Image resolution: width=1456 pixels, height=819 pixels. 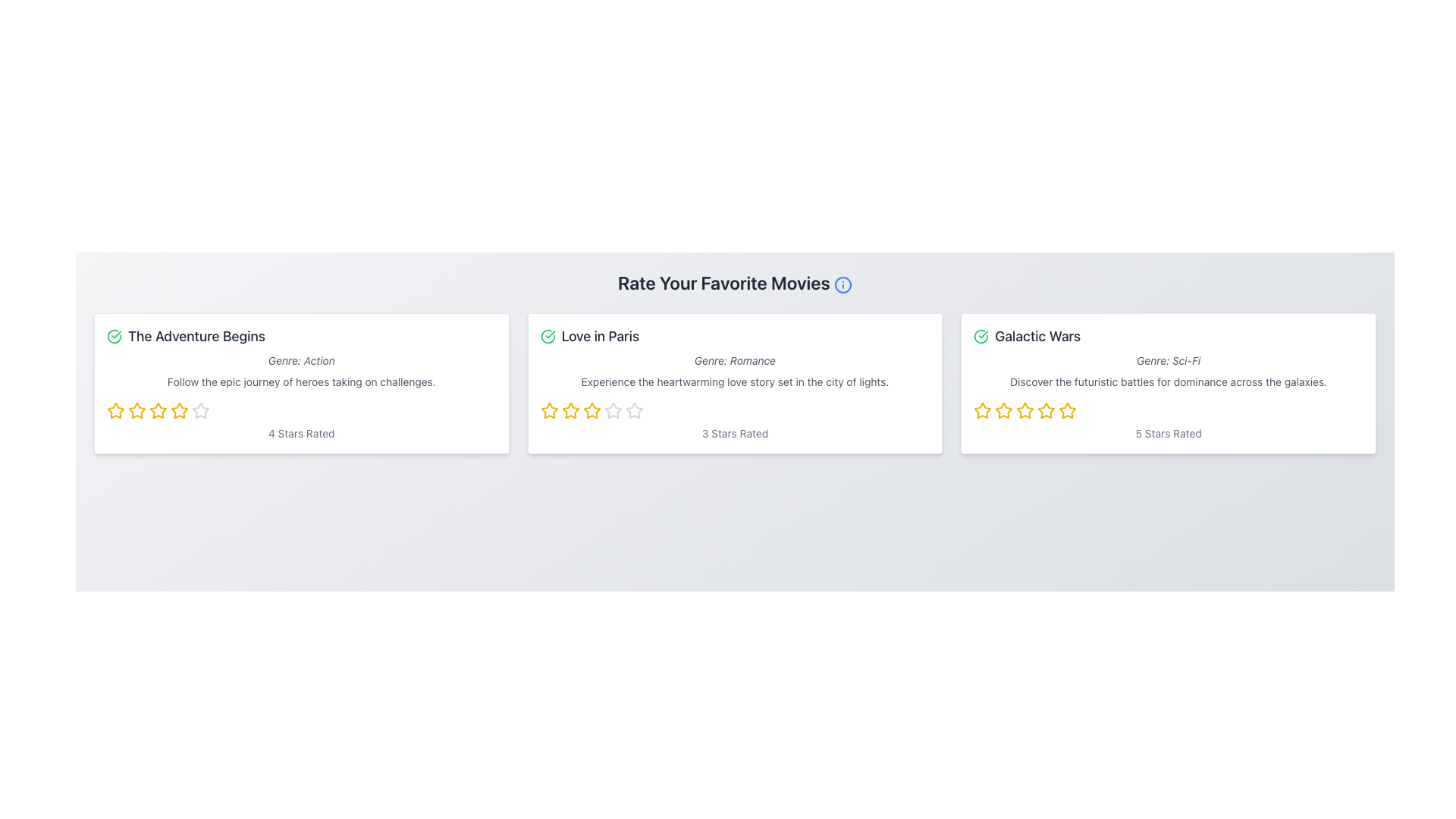 I want to click on the third star-shaped icon with a yellow outline in the 'Galactic Wars' rating card, so click(x=1004, y=411).